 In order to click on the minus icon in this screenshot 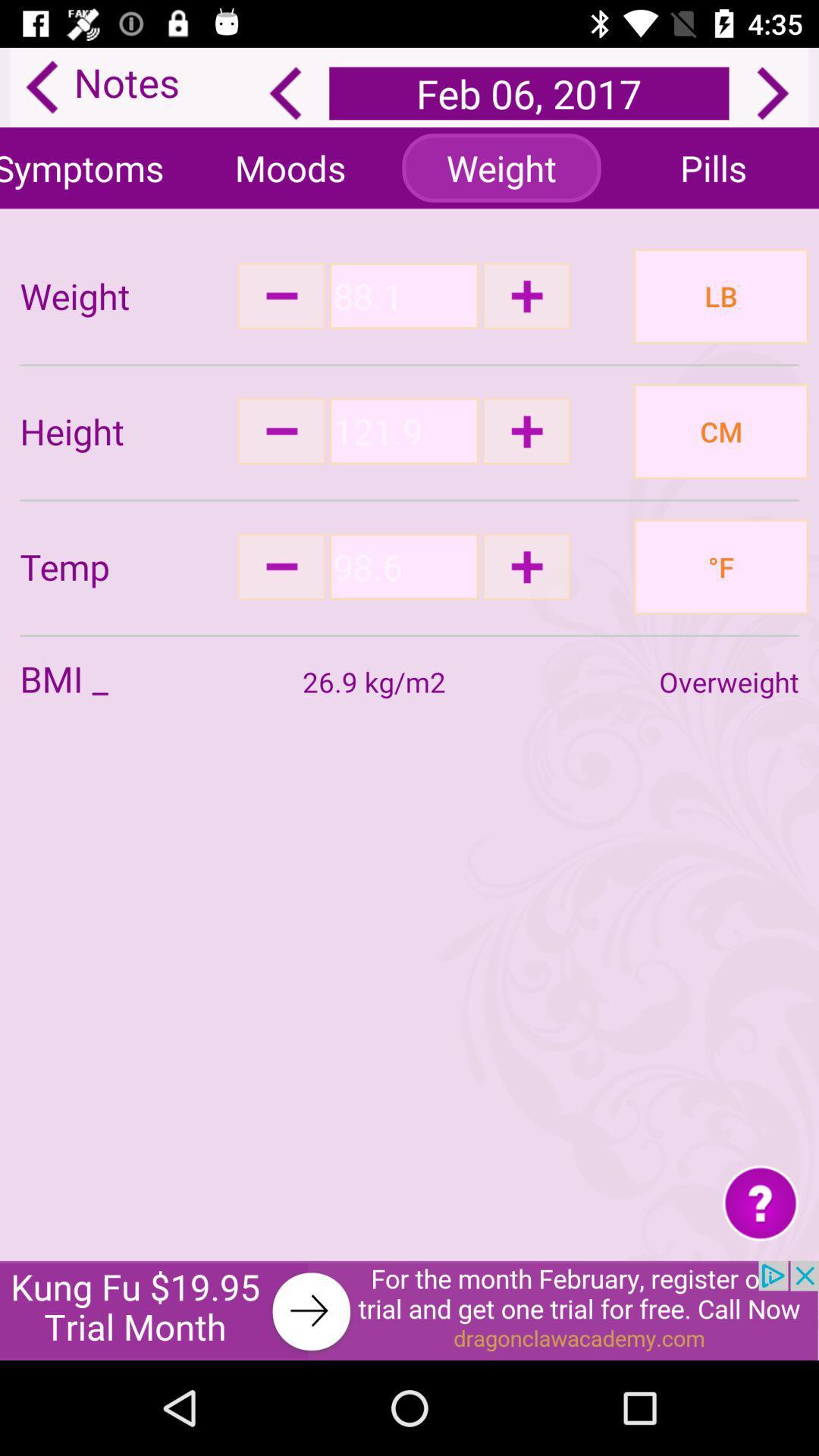, I will do `click(281, 430)`.